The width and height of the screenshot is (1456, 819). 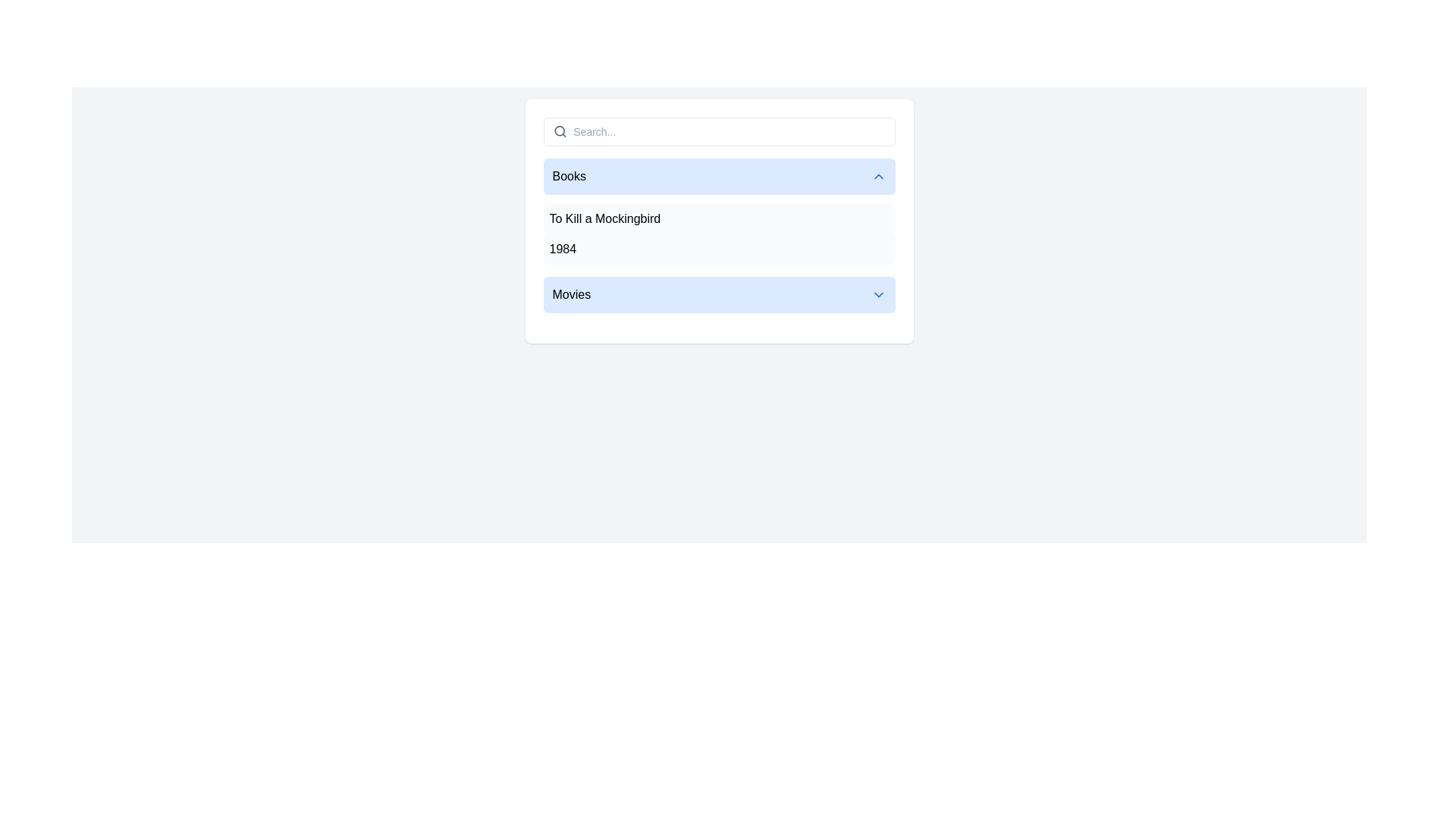 What do you see at coordinates (718, 248) in the screenshot?
I see `the second selectable option in the 'Books' dropdown list` at bounding box center [718, 248].